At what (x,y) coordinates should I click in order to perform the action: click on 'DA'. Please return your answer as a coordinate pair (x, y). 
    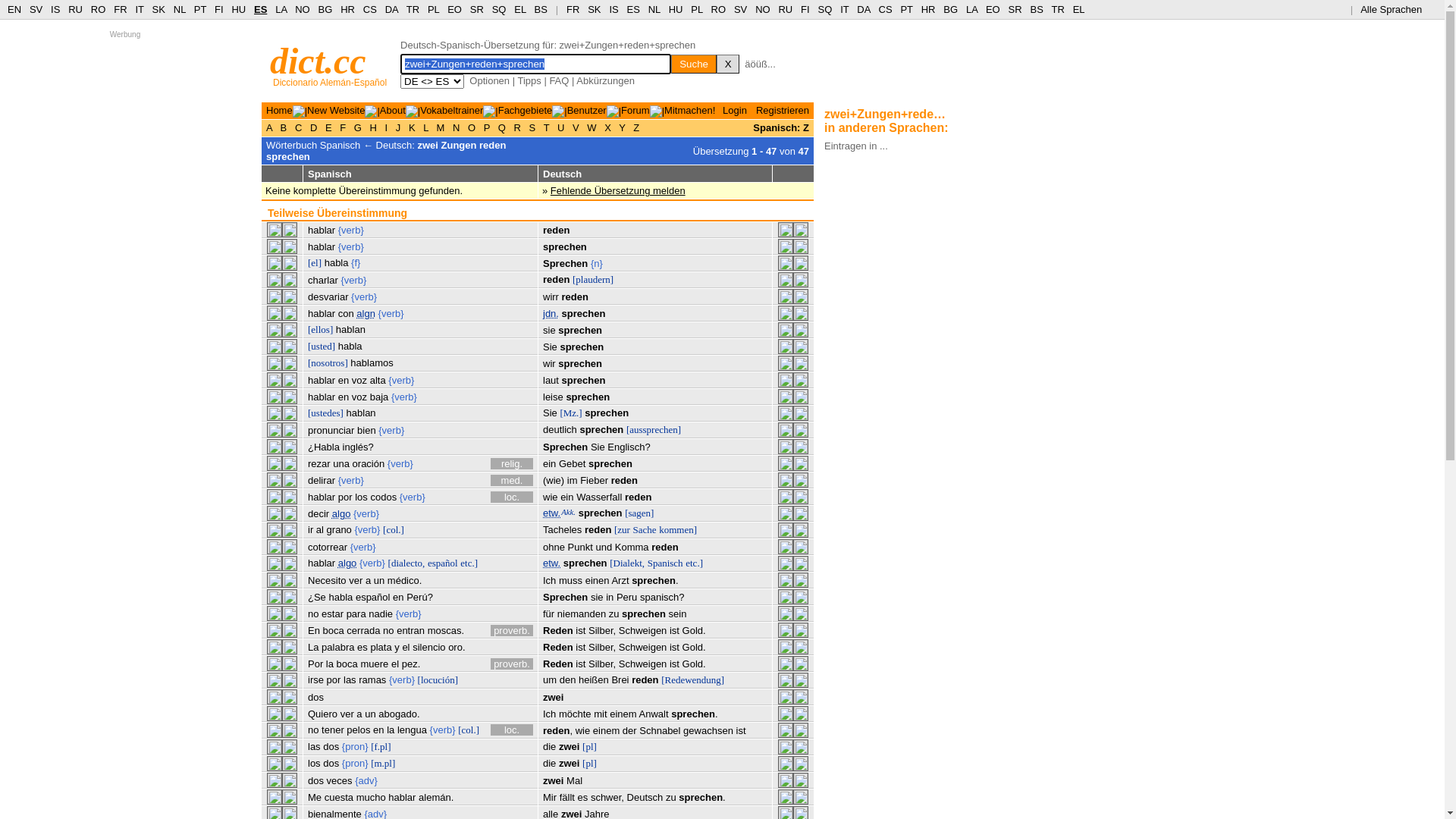
    Looking at the image, I should click on (391, 9).